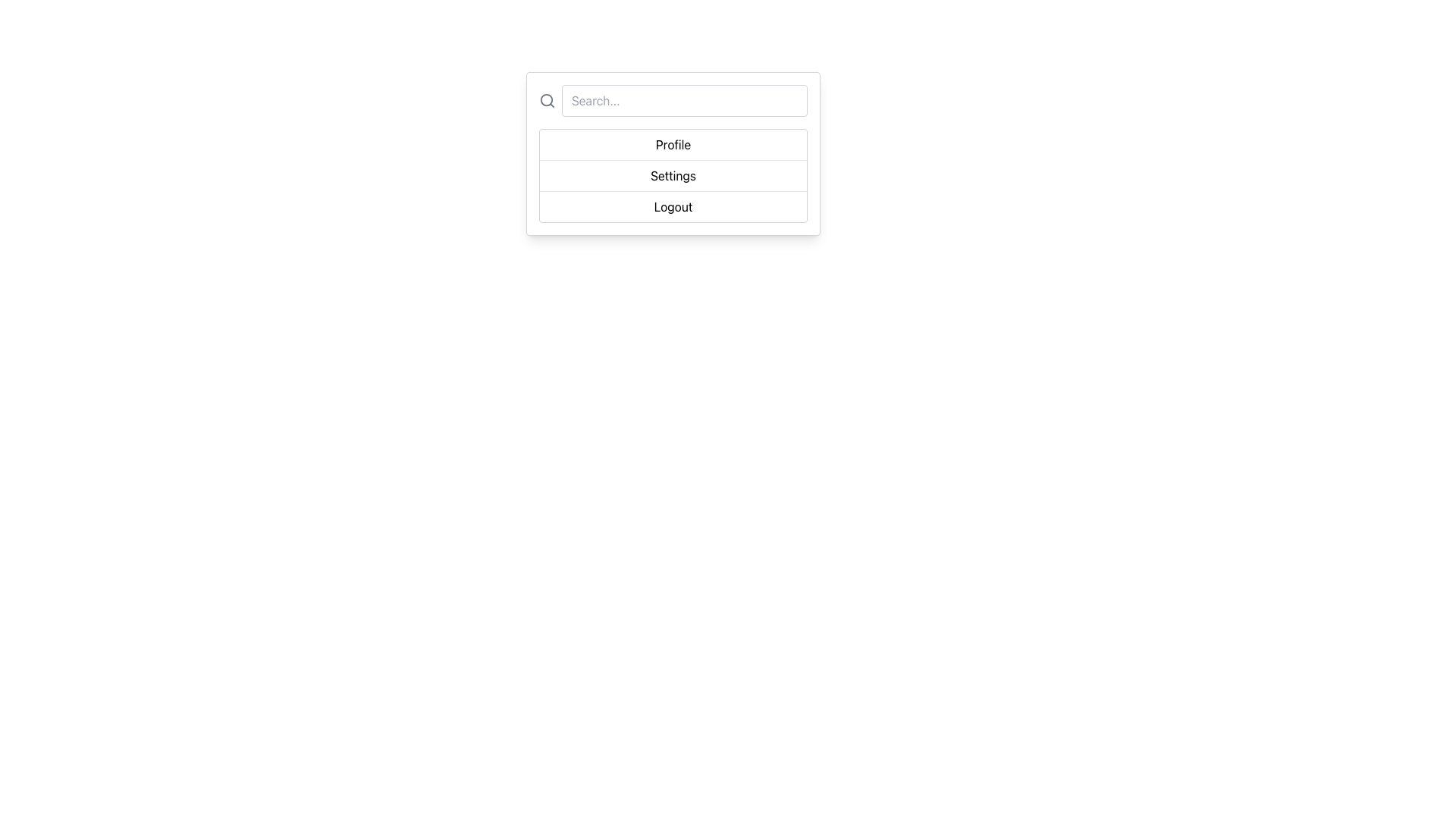  Describe the element at coordinates (673, 206) in the screenshot. I see `the third menu option for logging out, which is located at the bottom of the options list beneath 'Settings'` at that location.